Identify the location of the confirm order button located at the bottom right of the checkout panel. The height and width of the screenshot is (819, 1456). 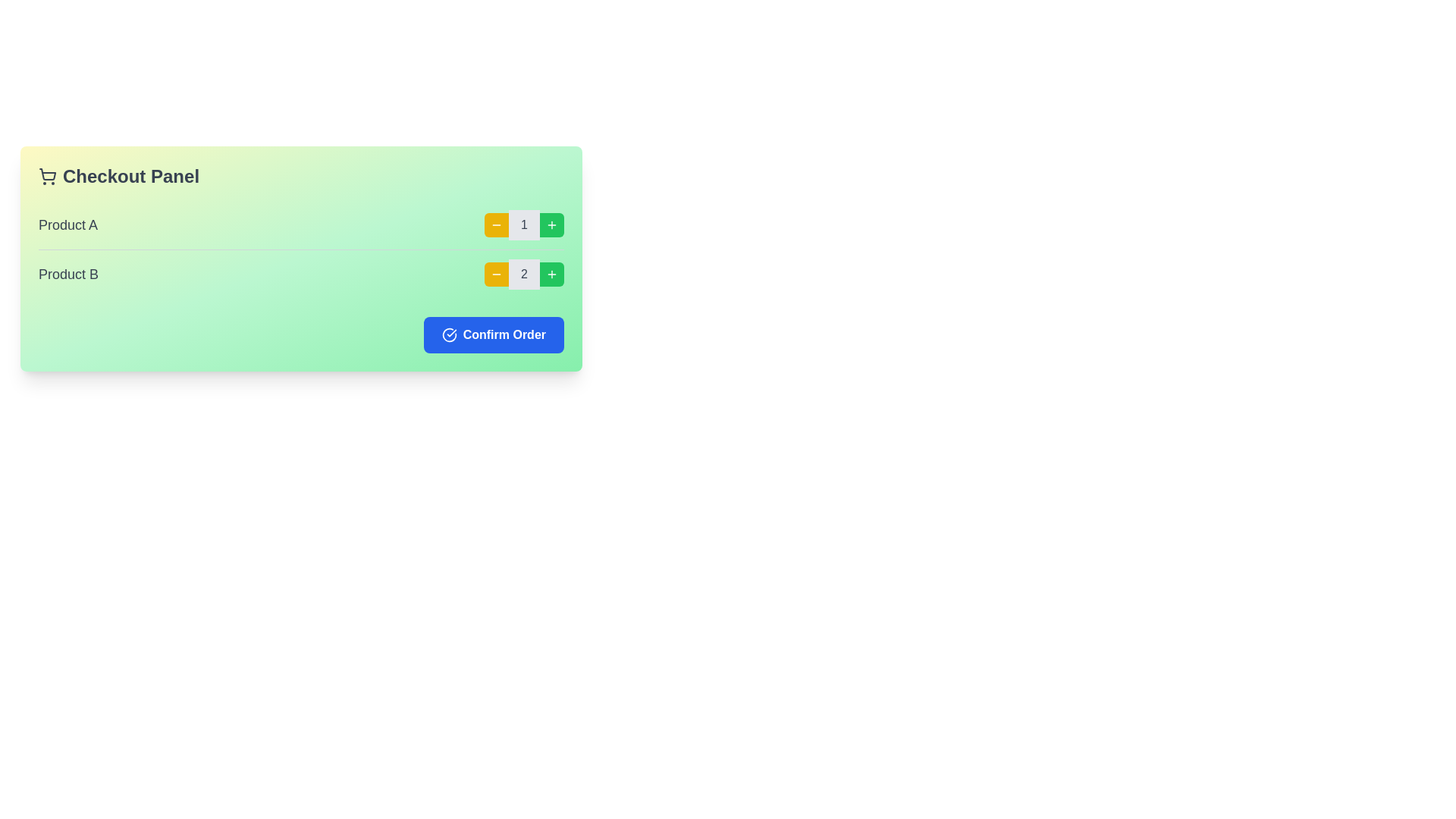
(494, 334).